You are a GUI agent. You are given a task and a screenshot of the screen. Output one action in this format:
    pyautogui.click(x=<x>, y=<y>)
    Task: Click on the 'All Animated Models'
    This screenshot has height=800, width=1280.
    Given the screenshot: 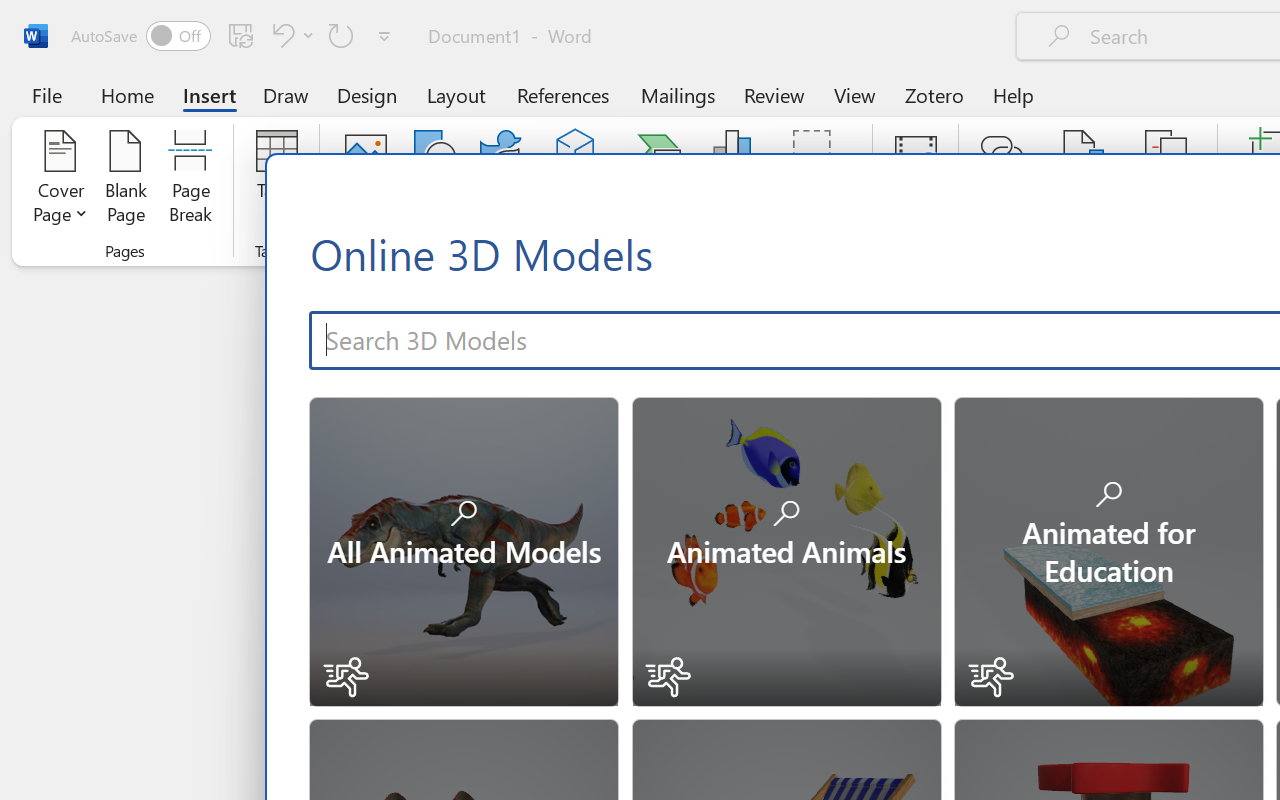 What is the action you would take?
    pyautogui.click(x=462, y=549)
    